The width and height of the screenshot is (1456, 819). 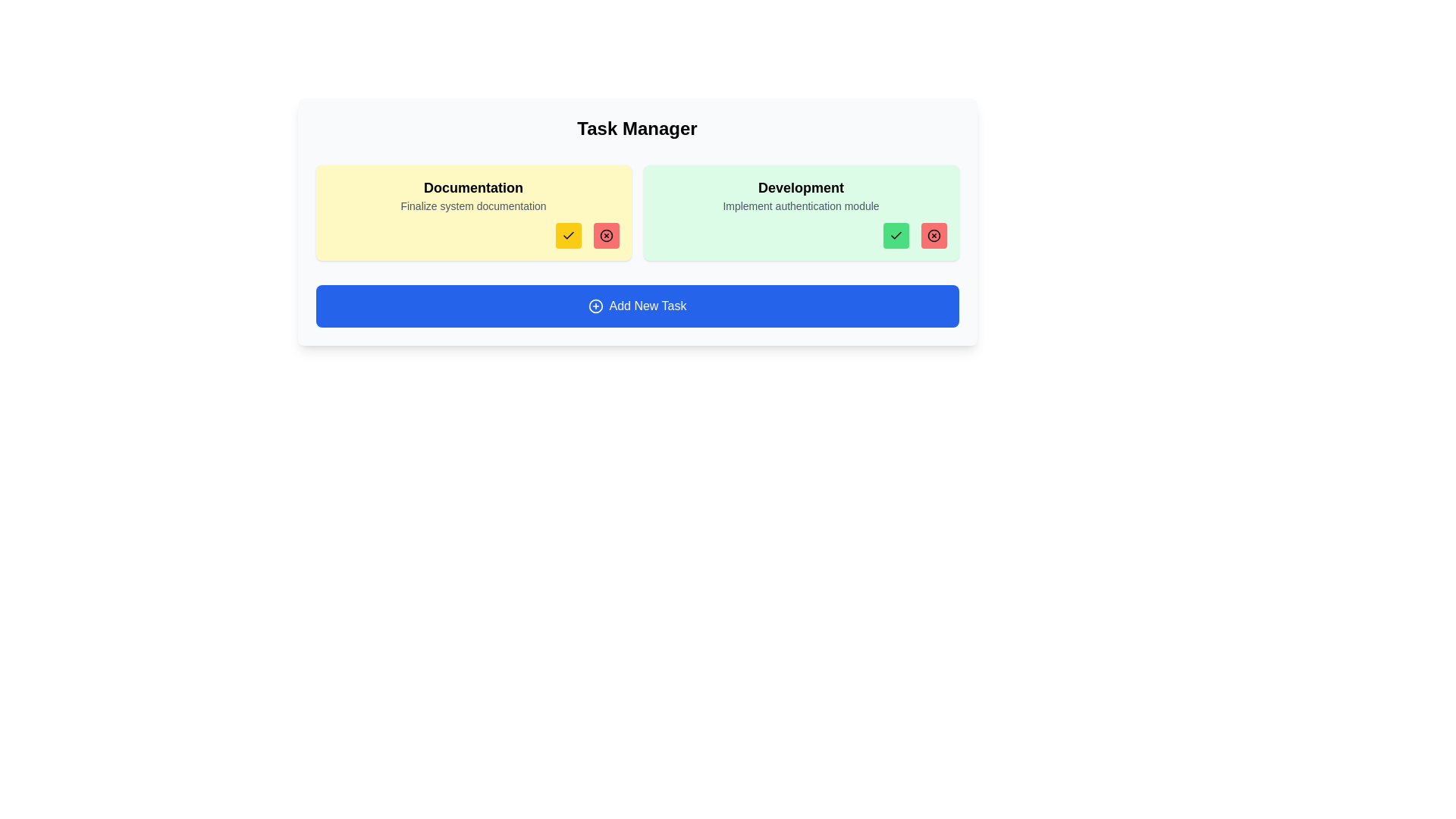 What do you see at coordinates (933, 236) in the screenshot?
I see `the close button located on the right side of the 'Development' section` at bounding box center [933, 236].